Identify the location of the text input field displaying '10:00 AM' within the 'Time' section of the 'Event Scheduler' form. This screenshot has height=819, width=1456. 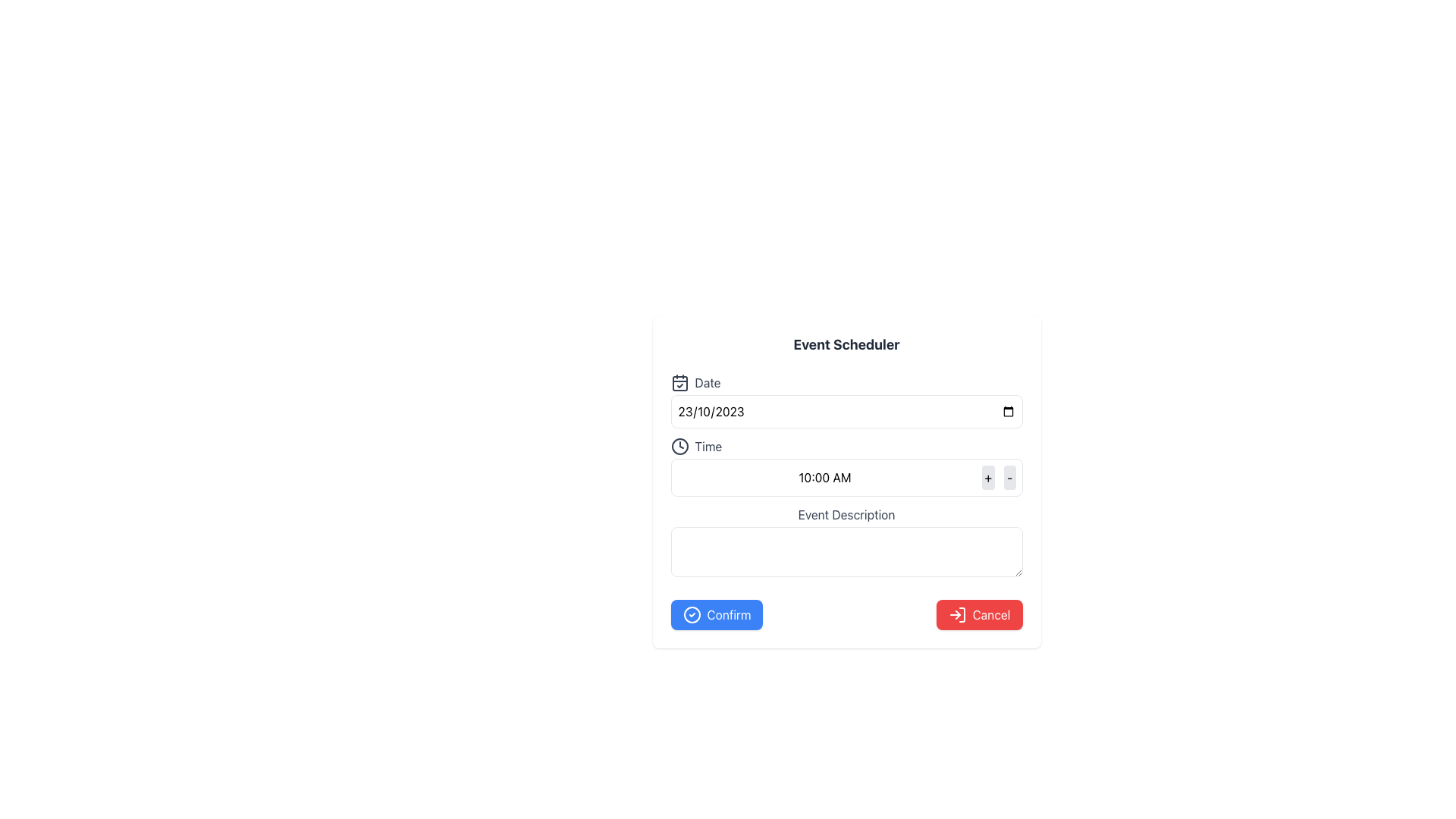
(824, 476).